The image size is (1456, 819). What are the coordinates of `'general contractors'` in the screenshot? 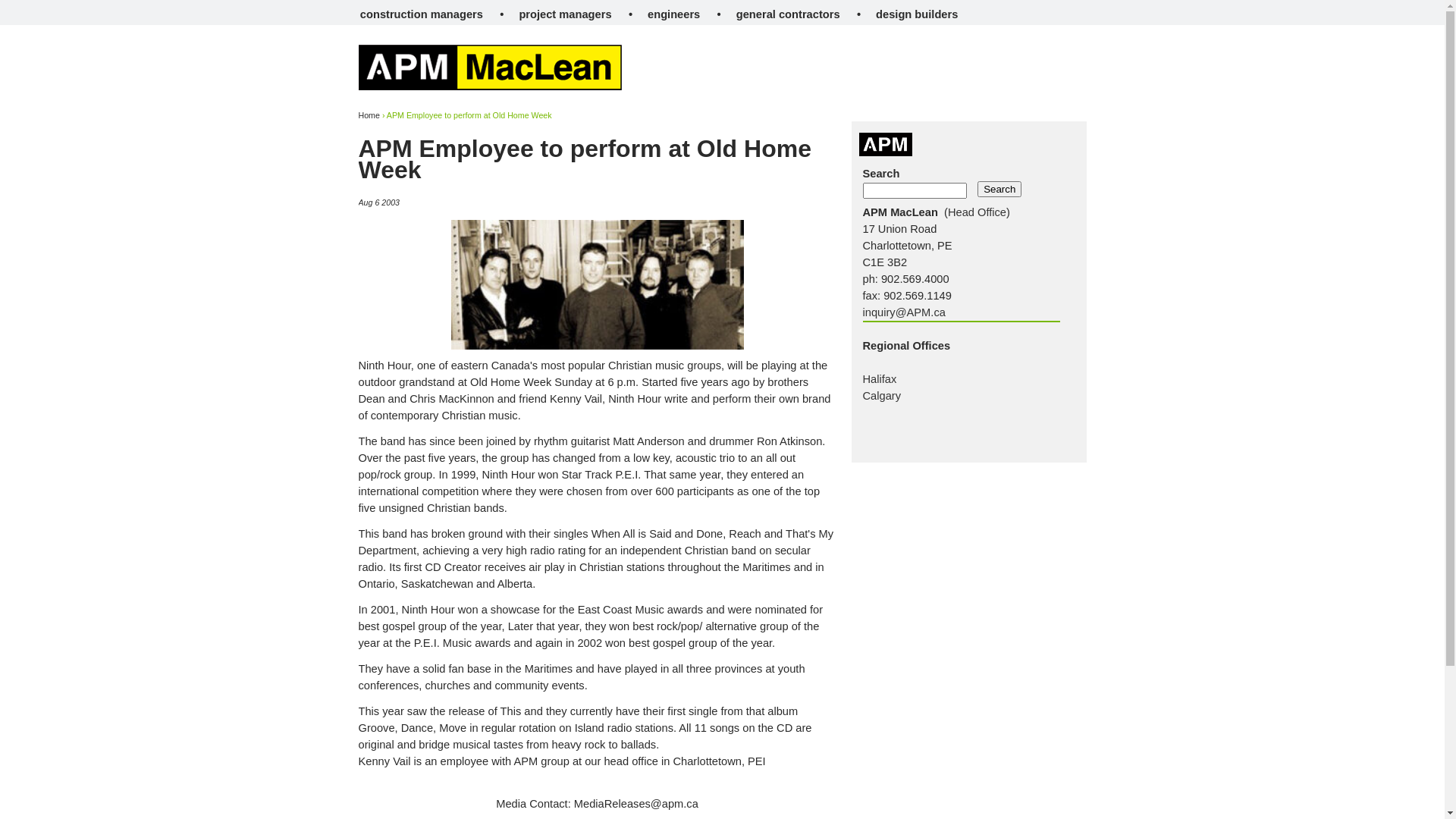 It's located at (788, 14).